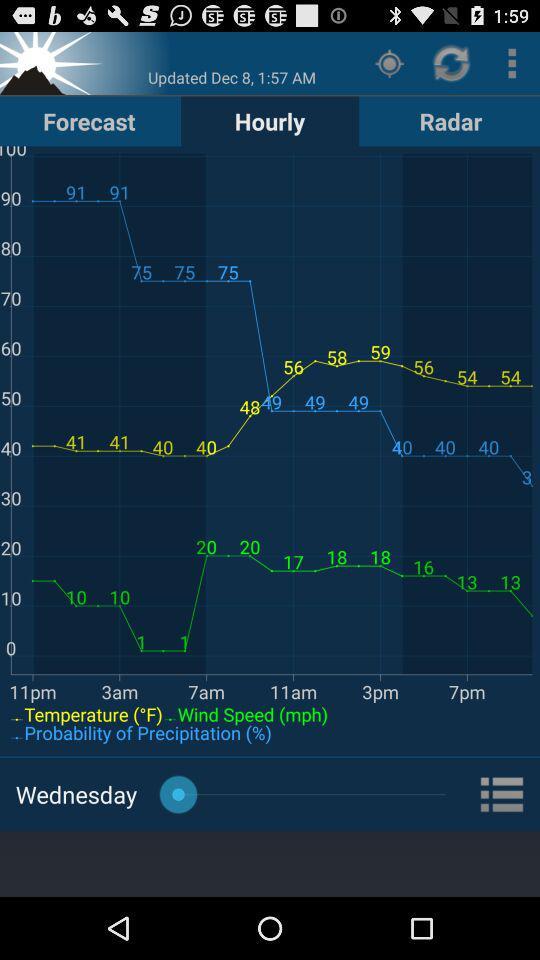  I want to click on the list icon, so click(502, 849).